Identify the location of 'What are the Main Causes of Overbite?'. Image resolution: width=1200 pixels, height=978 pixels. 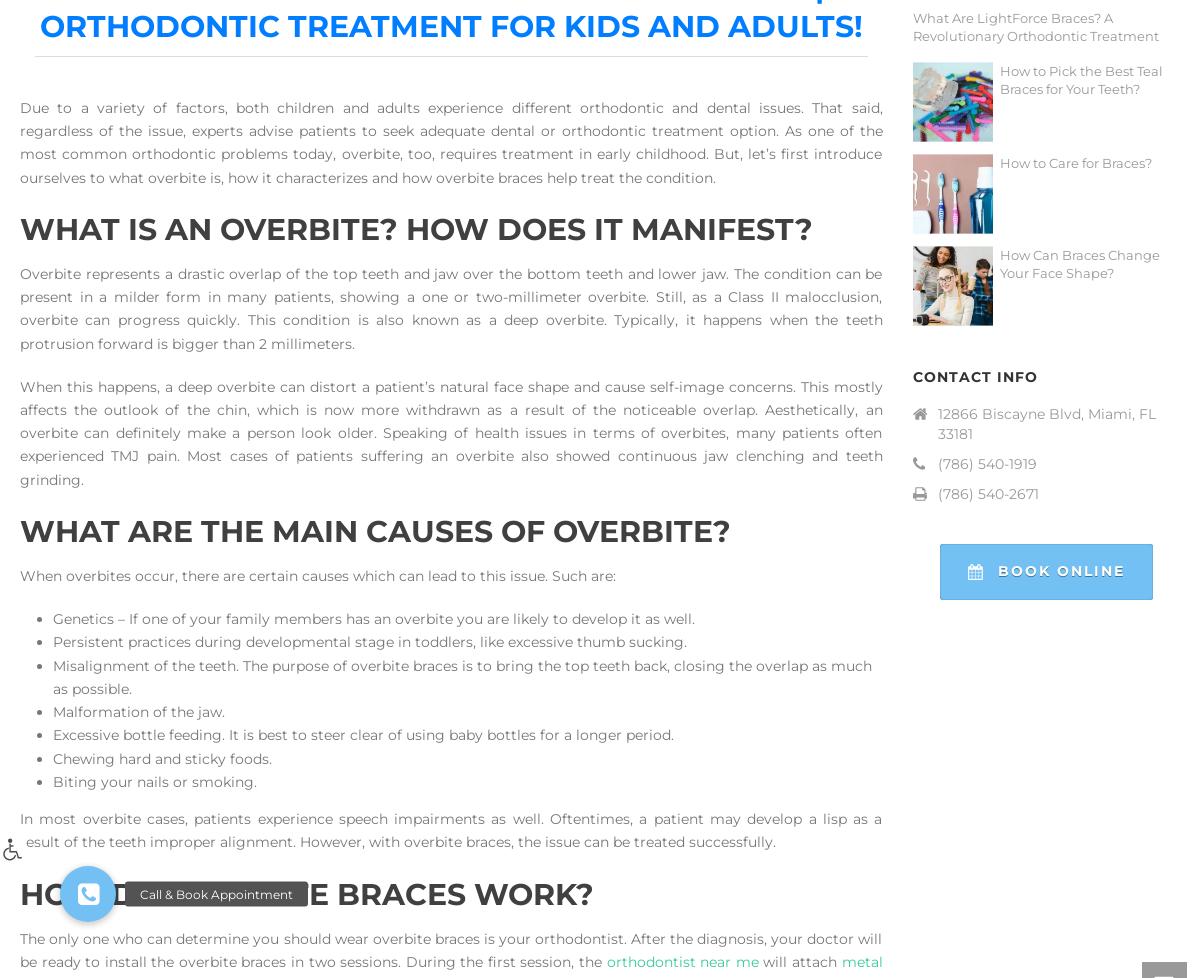
(375, 530).